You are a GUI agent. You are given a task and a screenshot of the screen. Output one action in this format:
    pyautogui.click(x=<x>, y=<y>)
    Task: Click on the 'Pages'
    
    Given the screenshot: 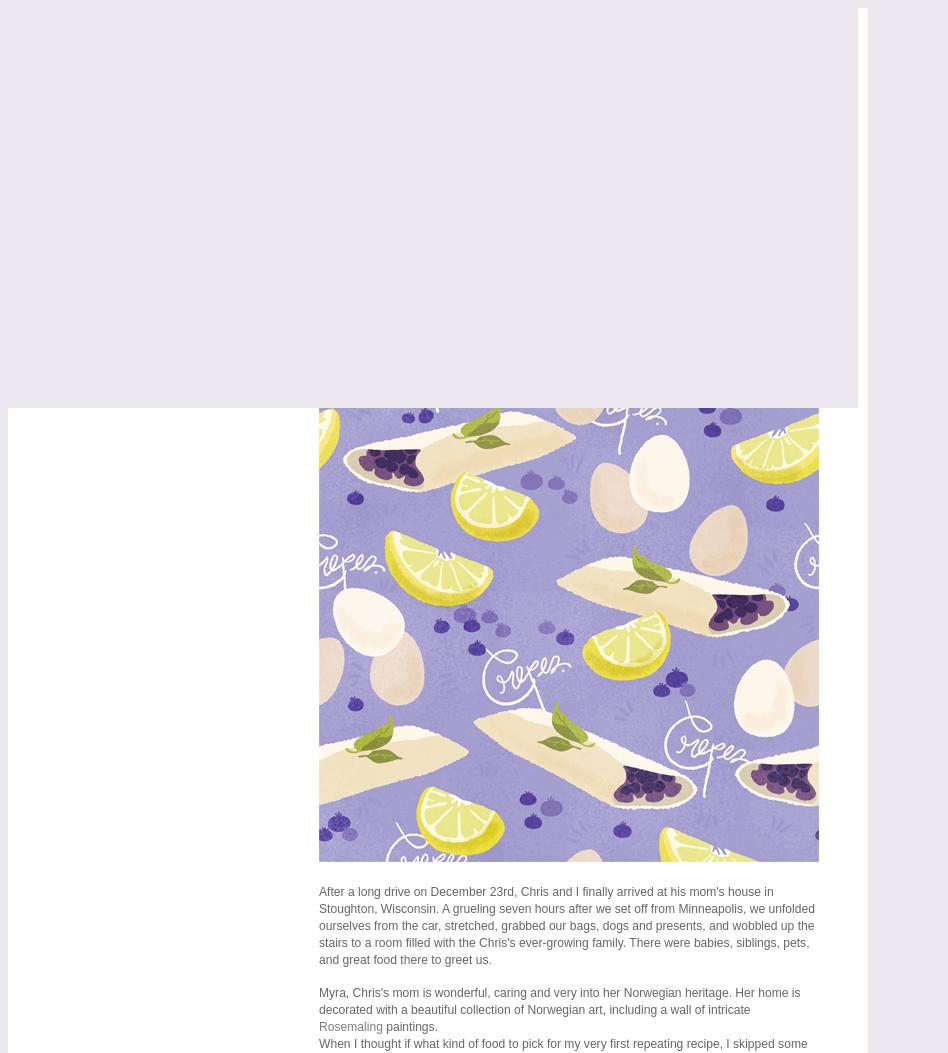 What is the action you would take?
    pyautogui.click(x=47, y=158)
    